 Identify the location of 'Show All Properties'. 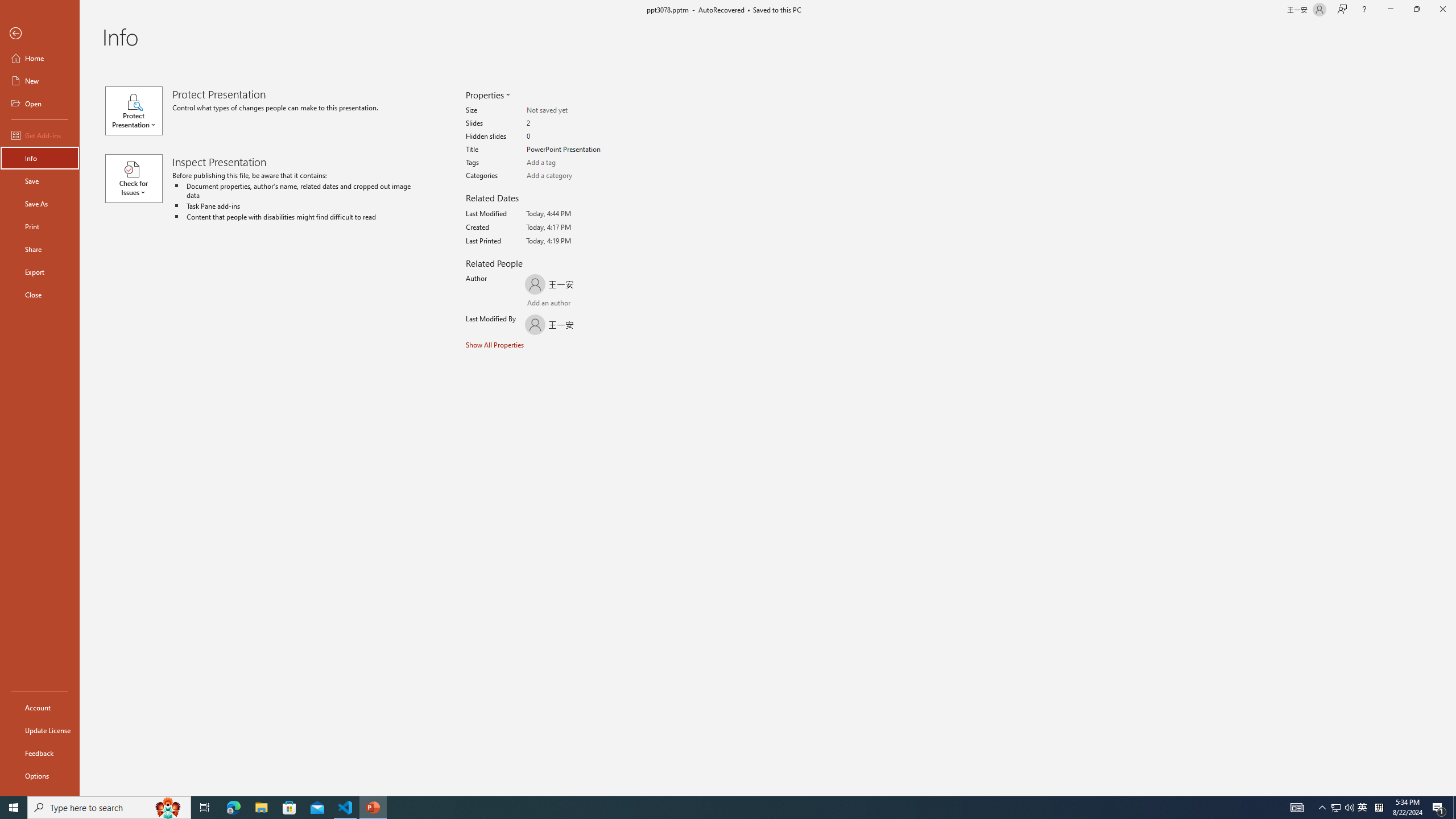
(495, 344).